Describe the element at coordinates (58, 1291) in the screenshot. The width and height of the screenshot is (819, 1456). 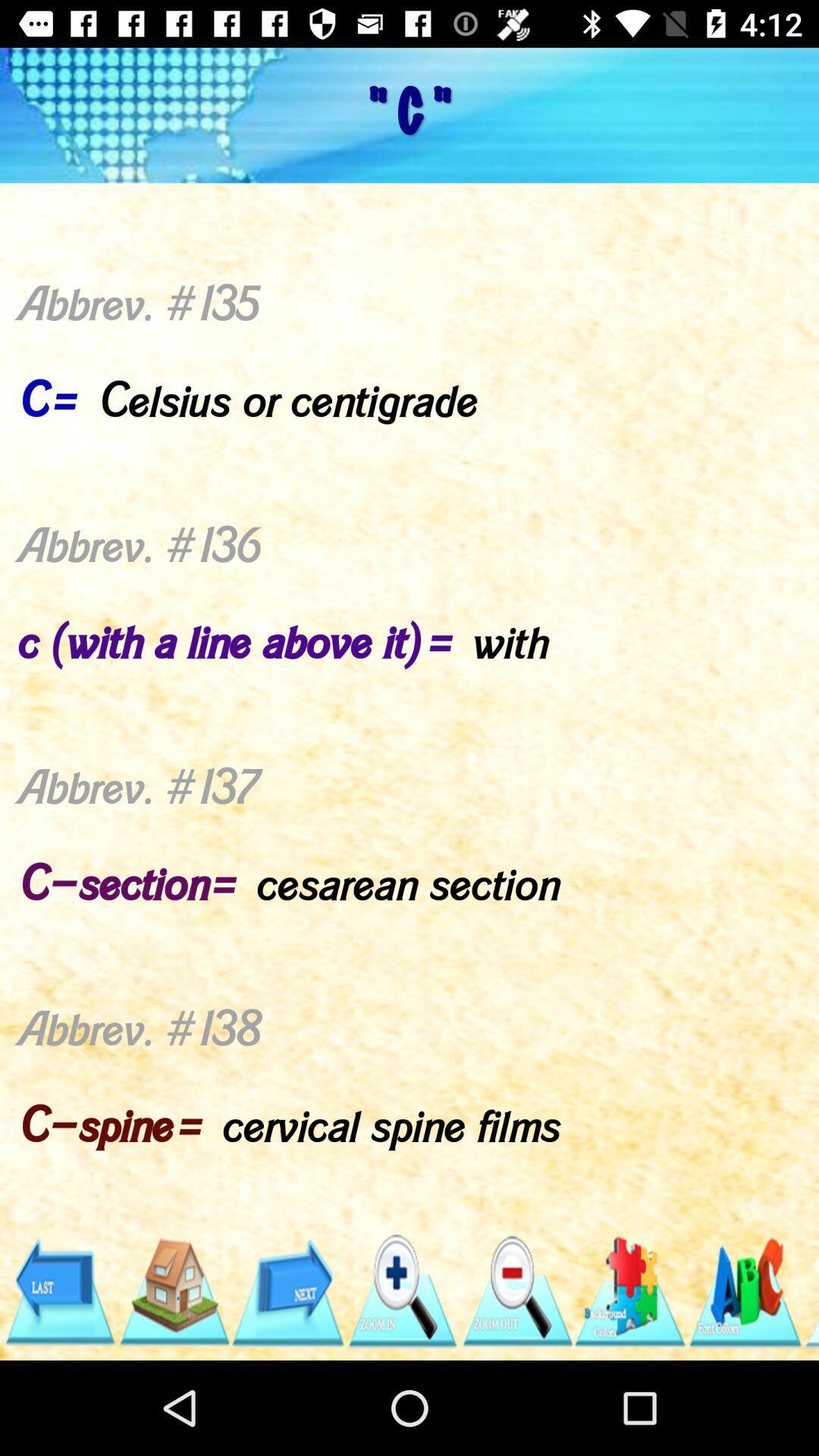
I see `the item below the abbrev 	135	 	c` at that location.